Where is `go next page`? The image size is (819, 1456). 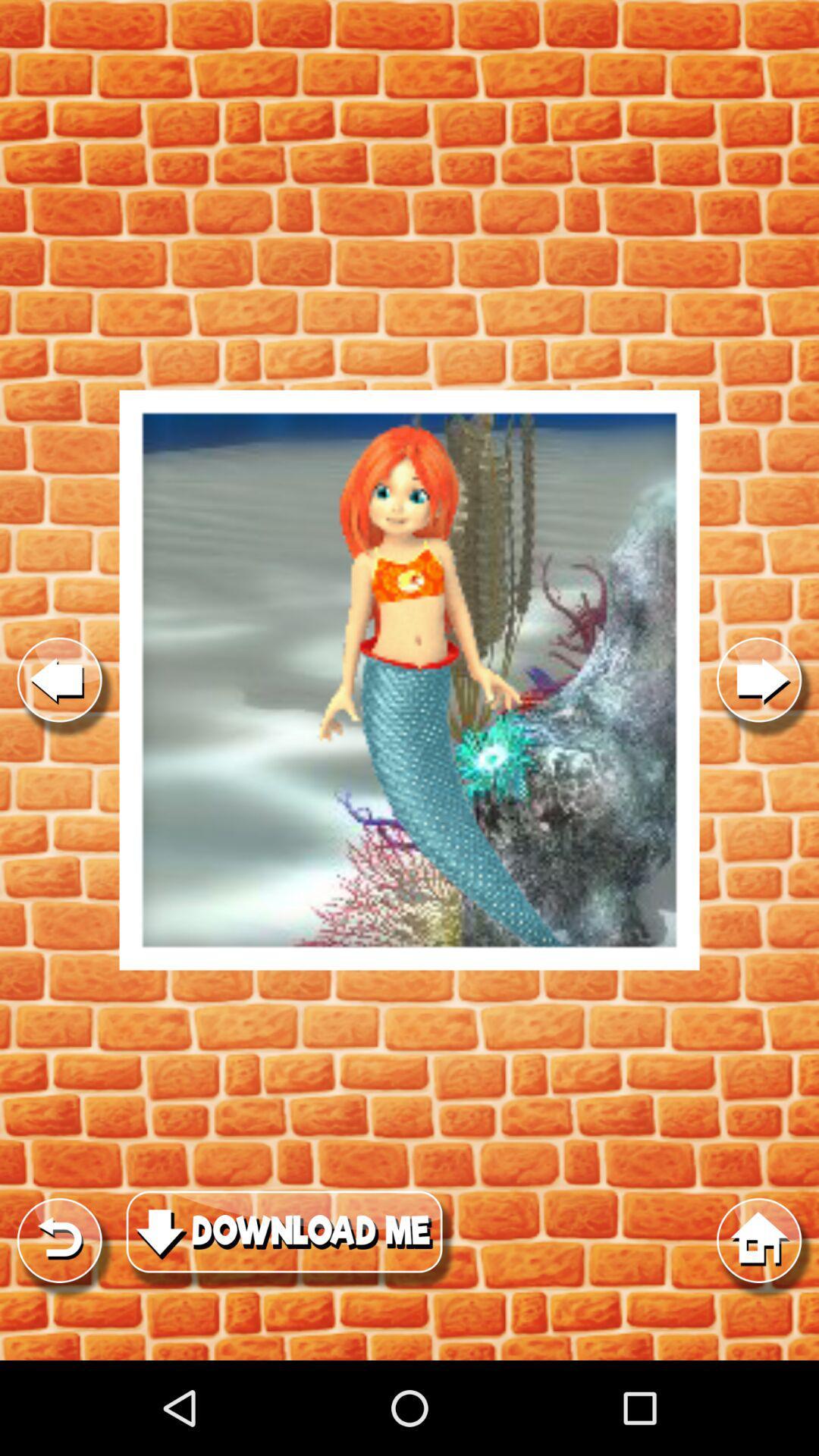
go next page is located at coordinates (759, 679).